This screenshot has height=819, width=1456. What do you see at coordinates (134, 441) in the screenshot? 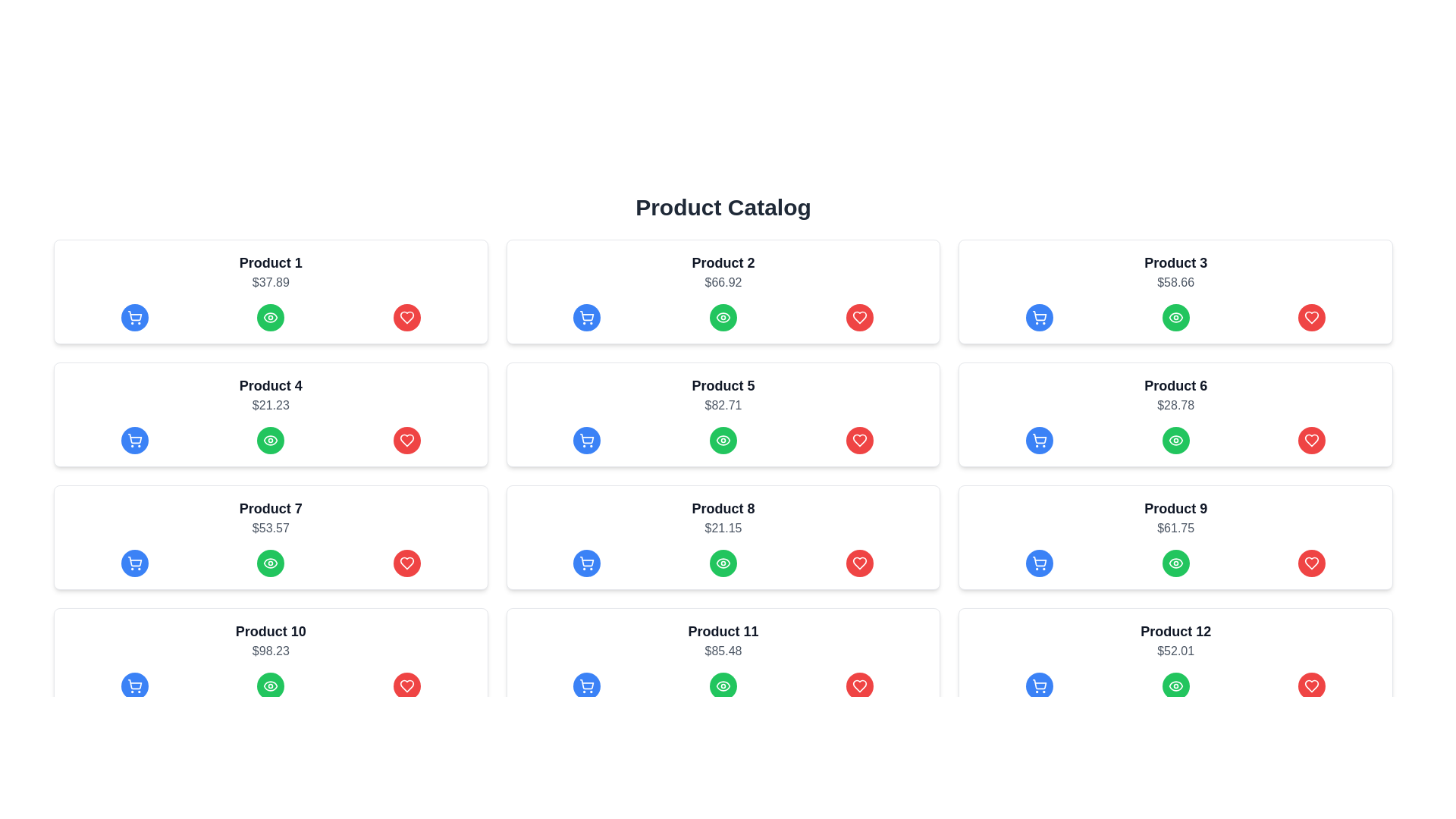
I see `the 'Add to Cart' button for 'Product 4' located in the control section beneath the product information` at bounding box center [134, 441].